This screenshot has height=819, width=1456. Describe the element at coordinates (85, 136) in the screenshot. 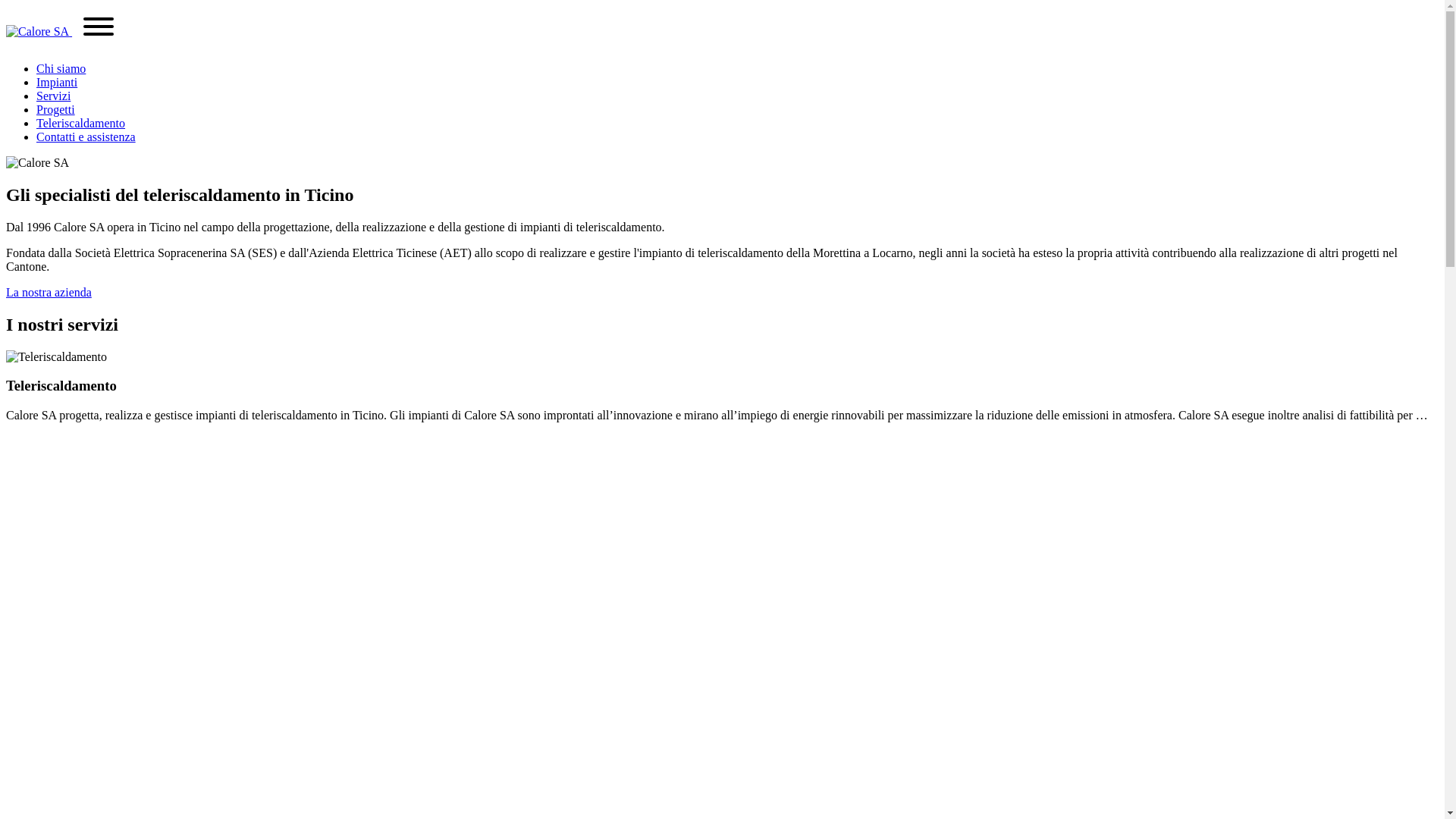

I see `'Contatti e assistenza'` at that location.